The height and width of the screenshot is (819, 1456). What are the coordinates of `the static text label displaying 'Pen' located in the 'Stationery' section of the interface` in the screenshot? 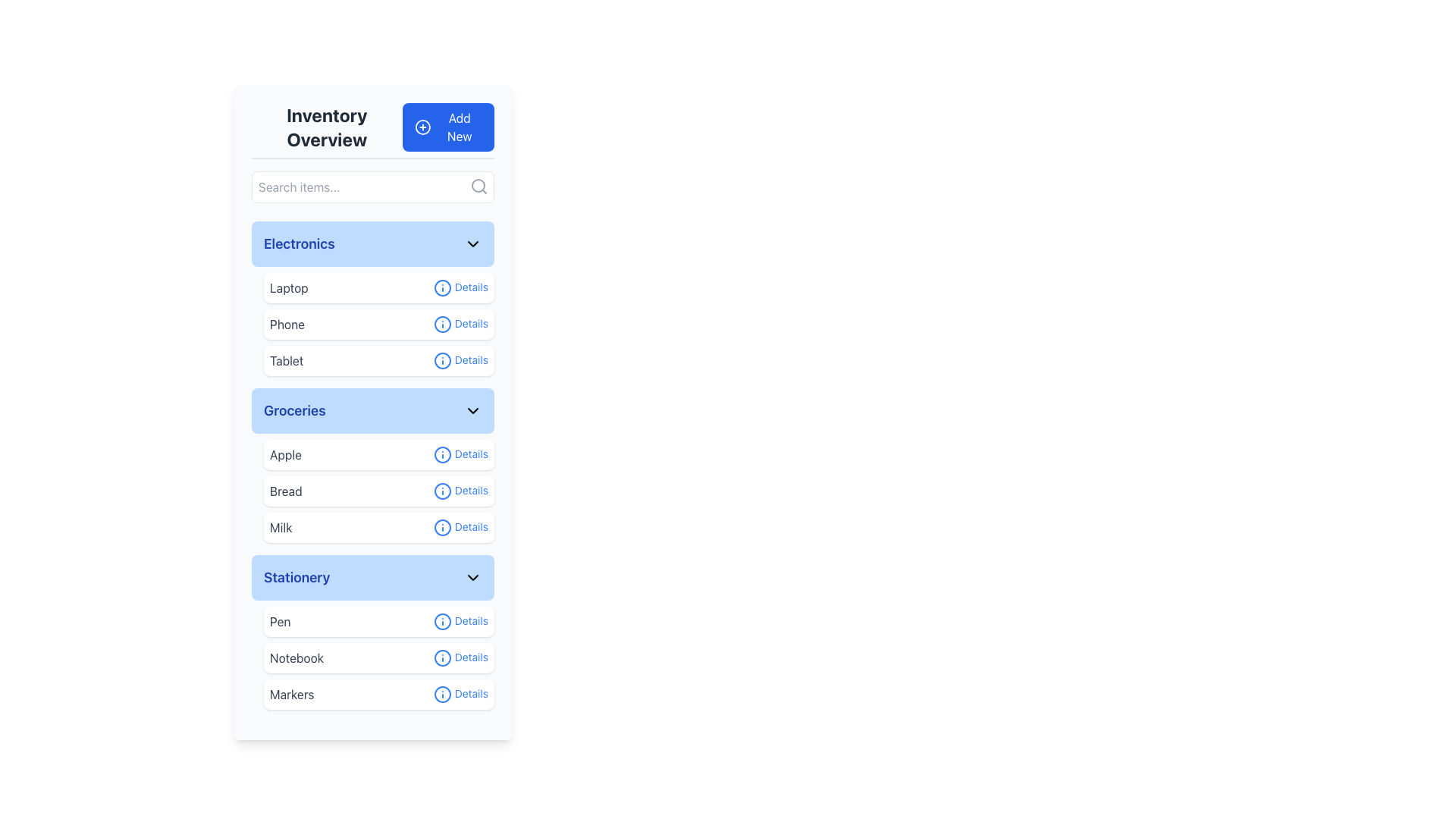 It's located at (280, 622).